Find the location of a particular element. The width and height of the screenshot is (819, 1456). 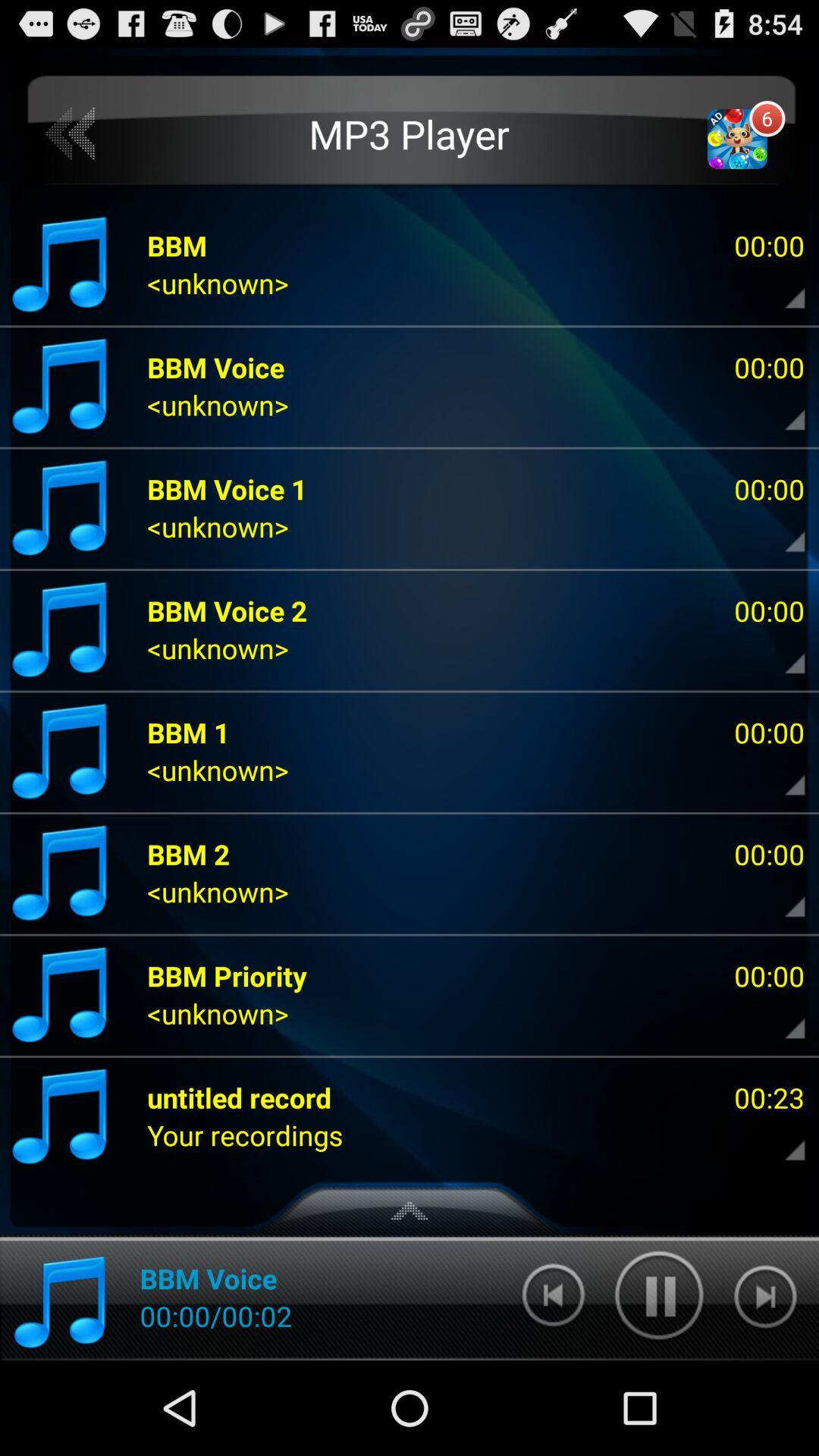

show details is located at coordinates (782, 409).